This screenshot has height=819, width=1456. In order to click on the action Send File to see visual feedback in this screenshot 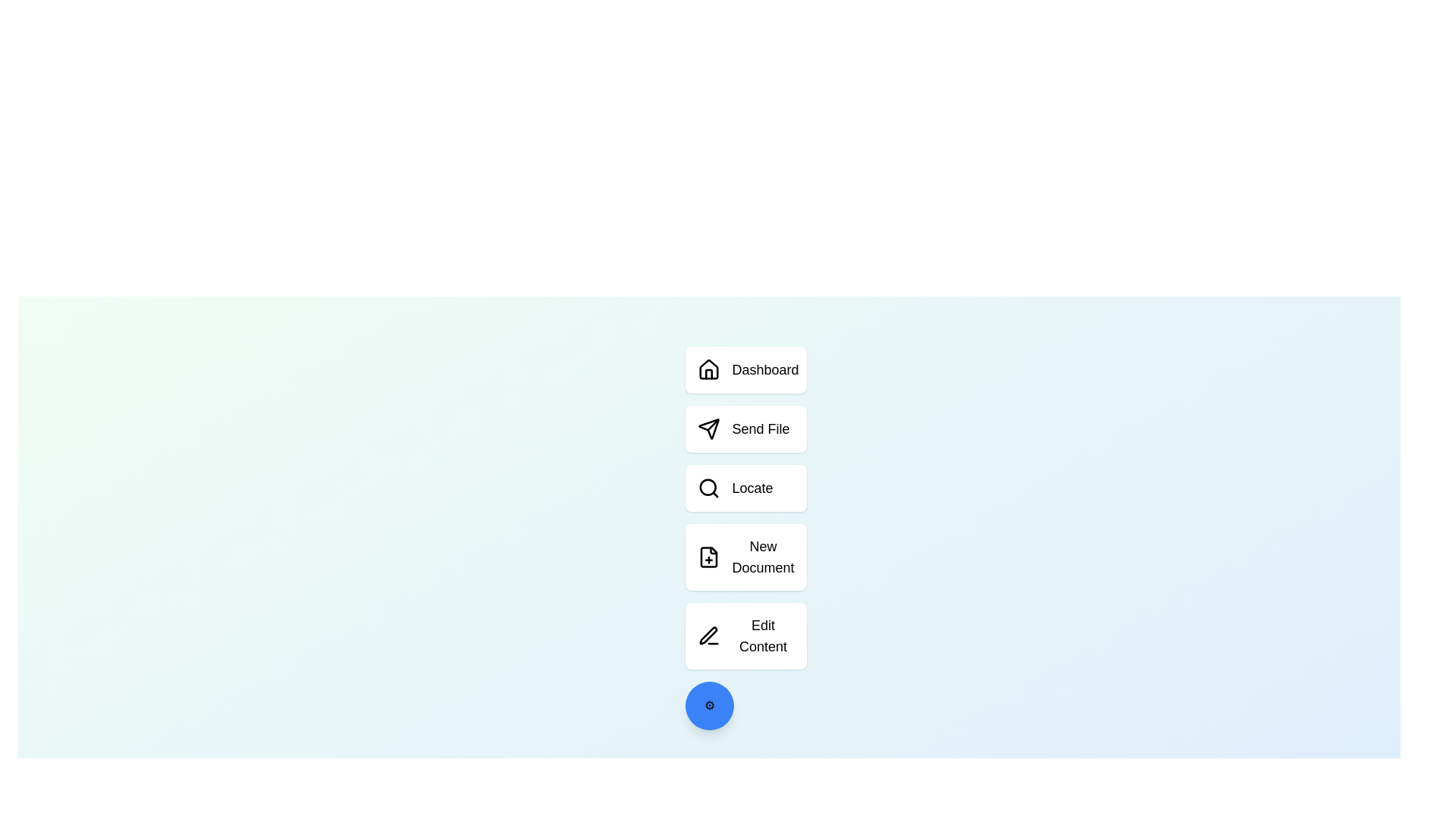, I will do `click(745, 429)`.